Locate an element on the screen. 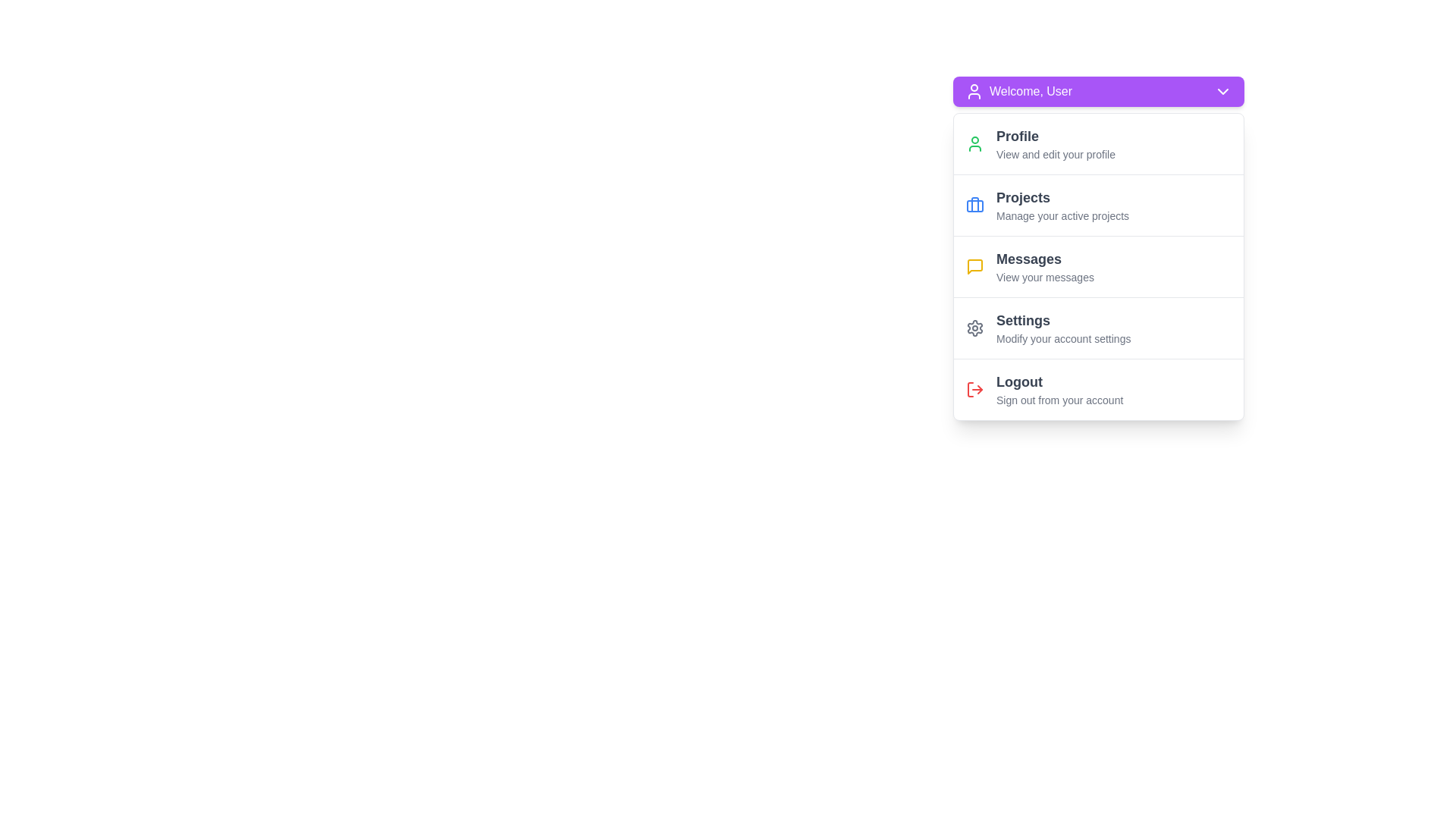  the 'Logout' button at the bottom of the dropdown menu is located at coordinates (1099, 388).